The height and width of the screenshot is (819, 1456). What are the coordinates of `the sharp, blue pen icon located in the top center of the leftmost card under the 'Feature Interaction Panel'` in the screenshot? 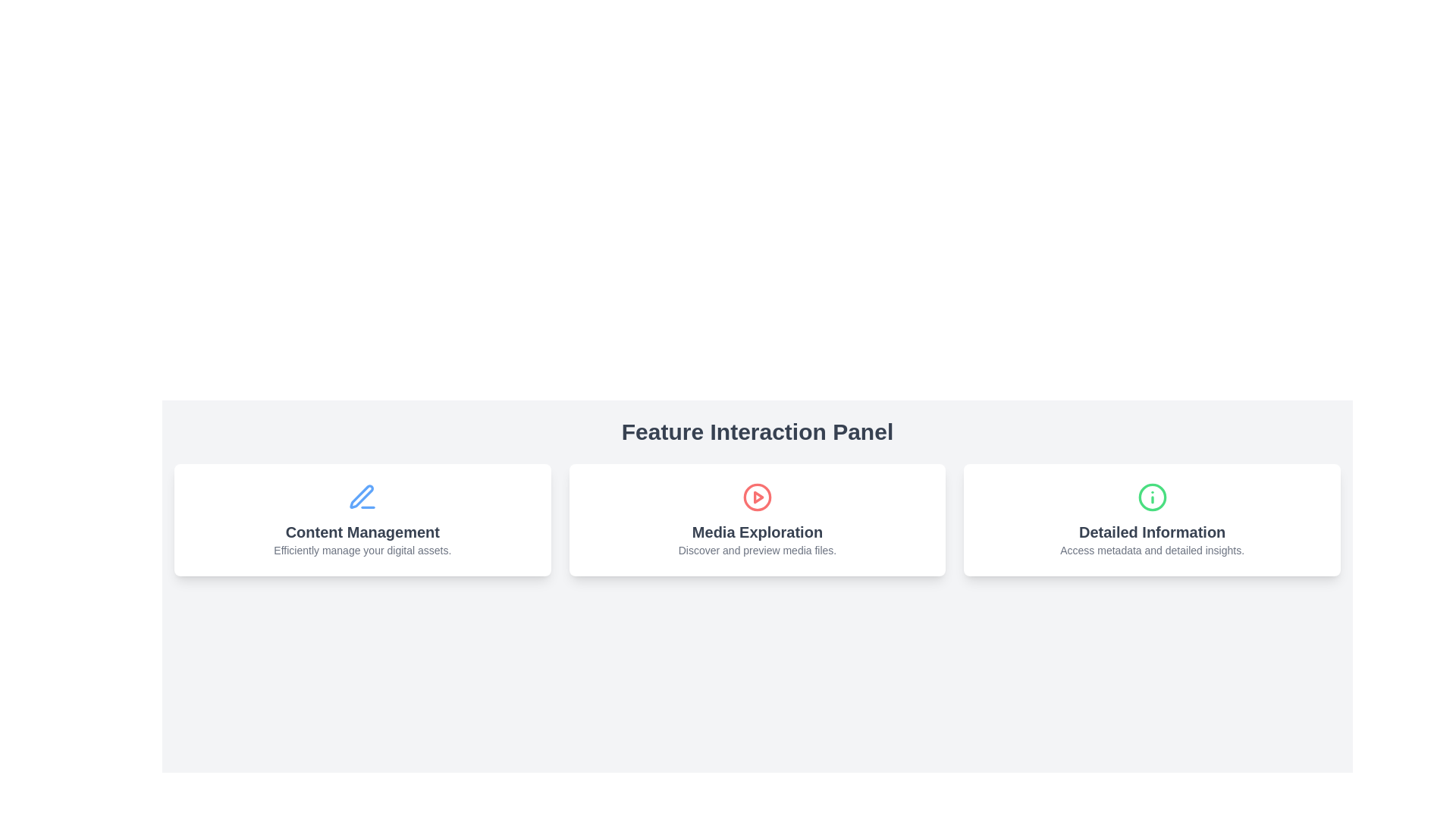 It's located at (361, 497).